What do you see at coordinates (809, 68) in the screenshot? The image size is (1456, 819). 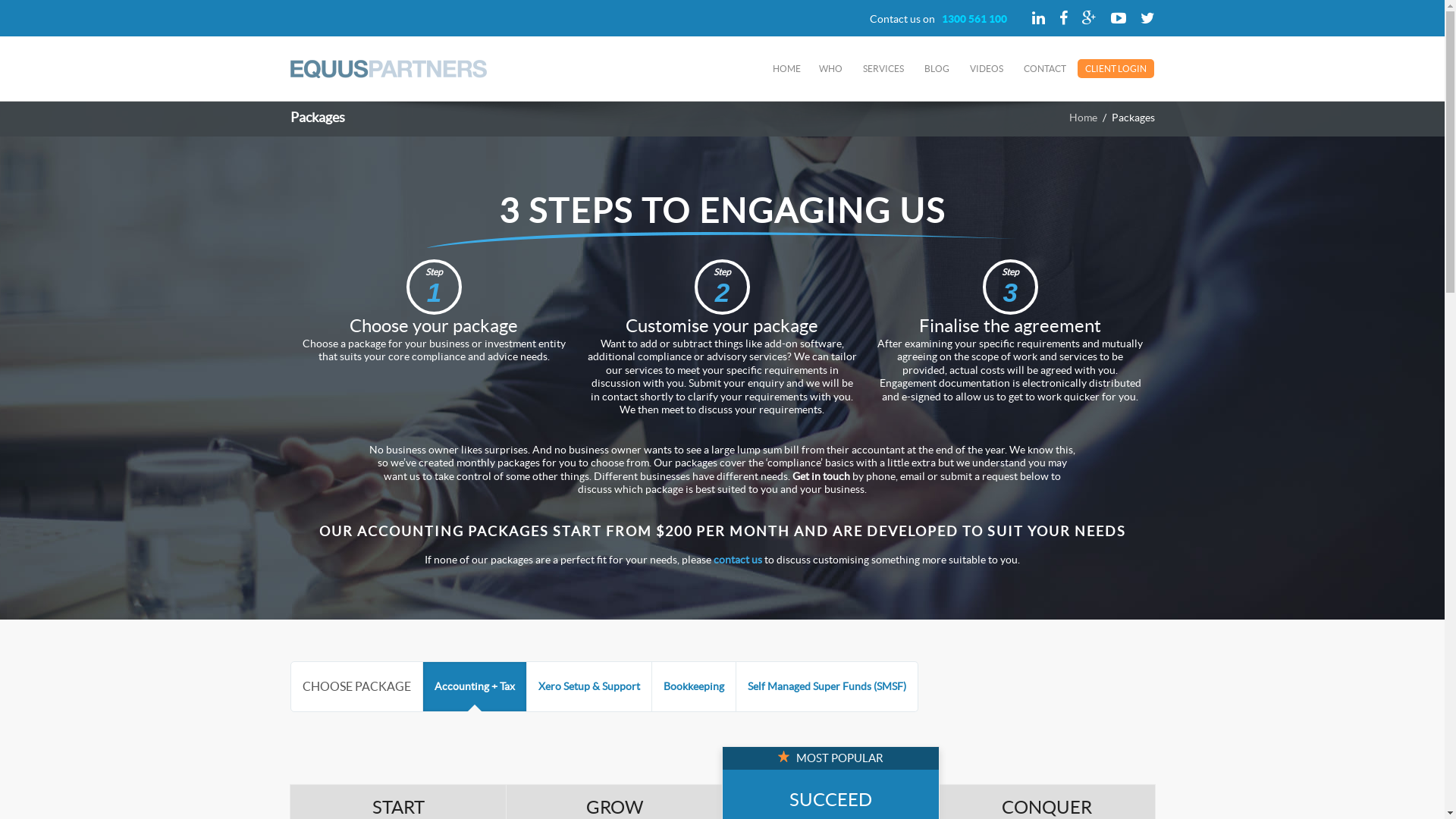 I see `'WHO'` at bounding box center [809, 68].